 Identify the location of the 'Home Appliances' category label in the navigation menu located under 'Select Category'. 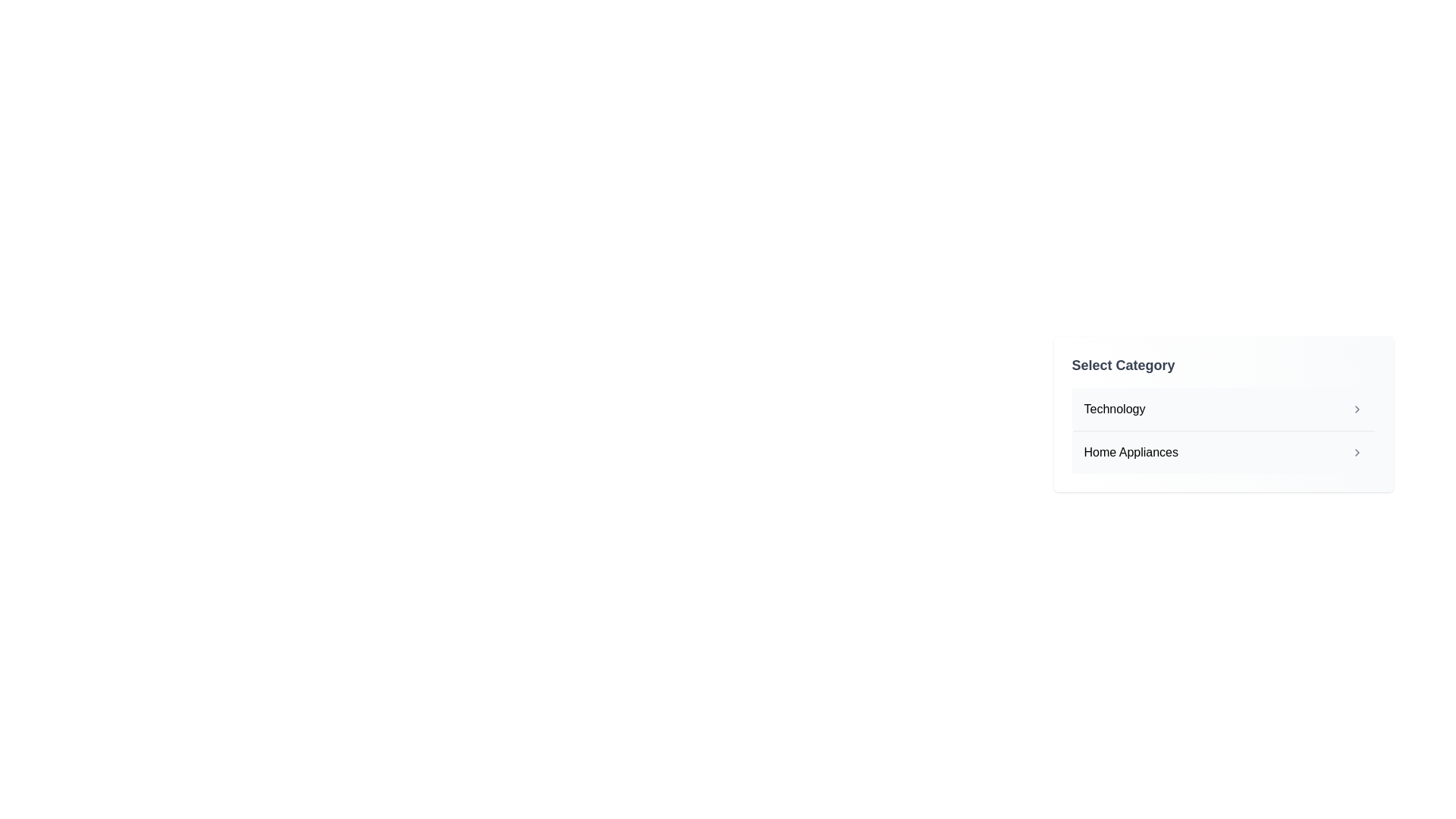
(1131, 452).